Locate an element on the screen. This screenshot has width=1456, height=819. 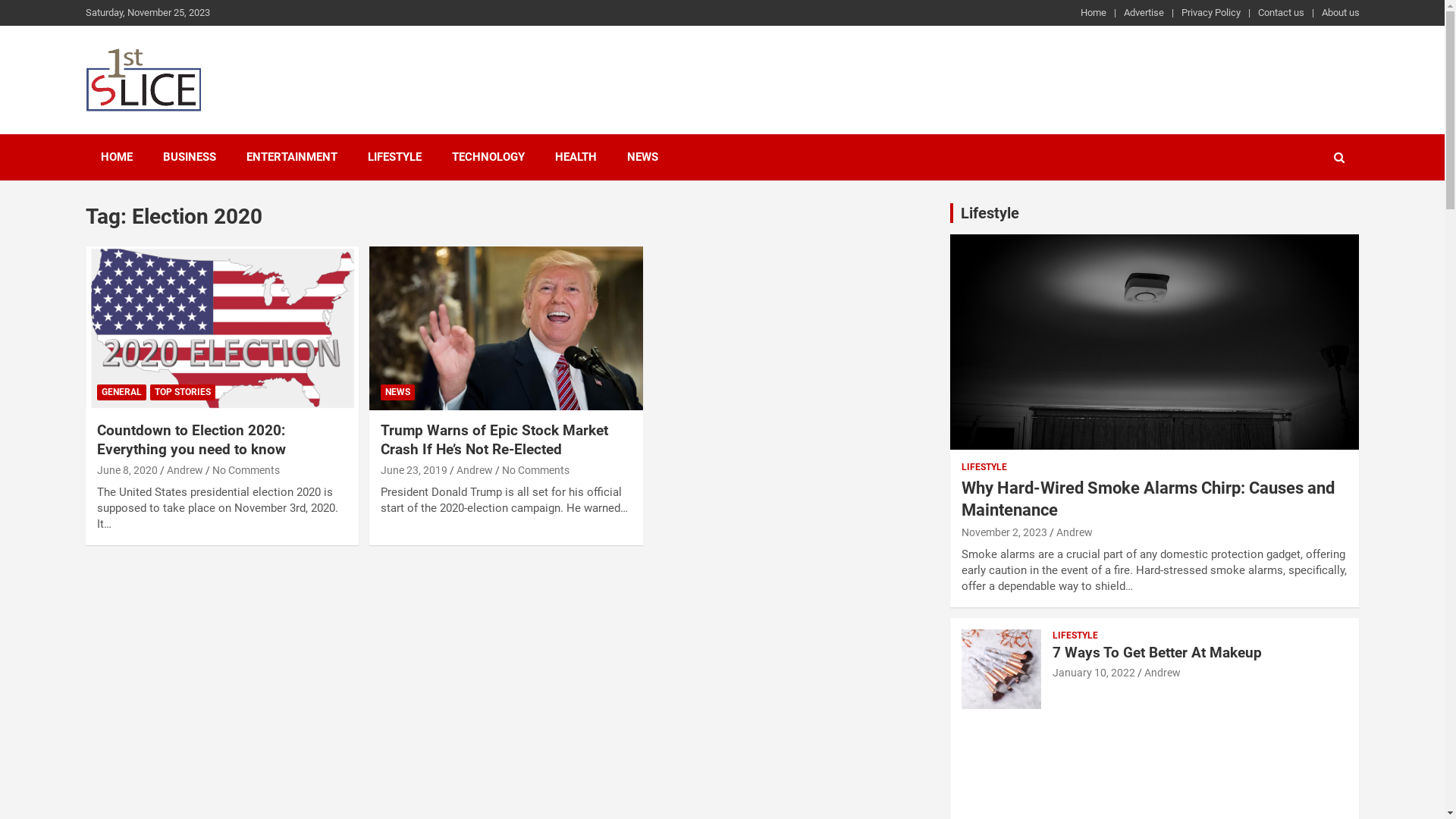
'LIFESTYLE' is located at coordinates (1051, 635).